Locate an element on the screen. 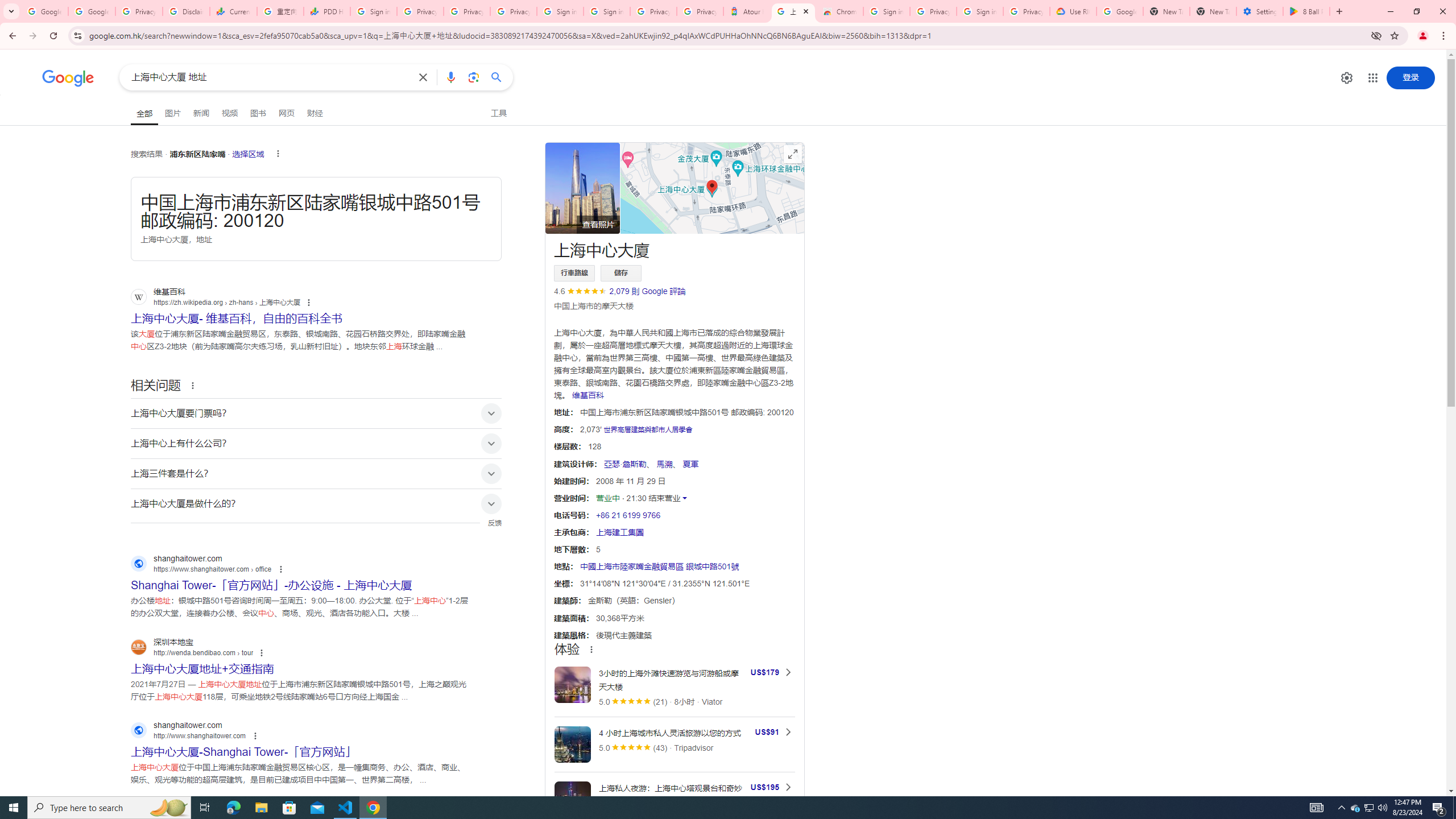 The image size is (1456, 819). '8 Ball Pool - Apps on Google Play' is located at coordinates (1306, 11).